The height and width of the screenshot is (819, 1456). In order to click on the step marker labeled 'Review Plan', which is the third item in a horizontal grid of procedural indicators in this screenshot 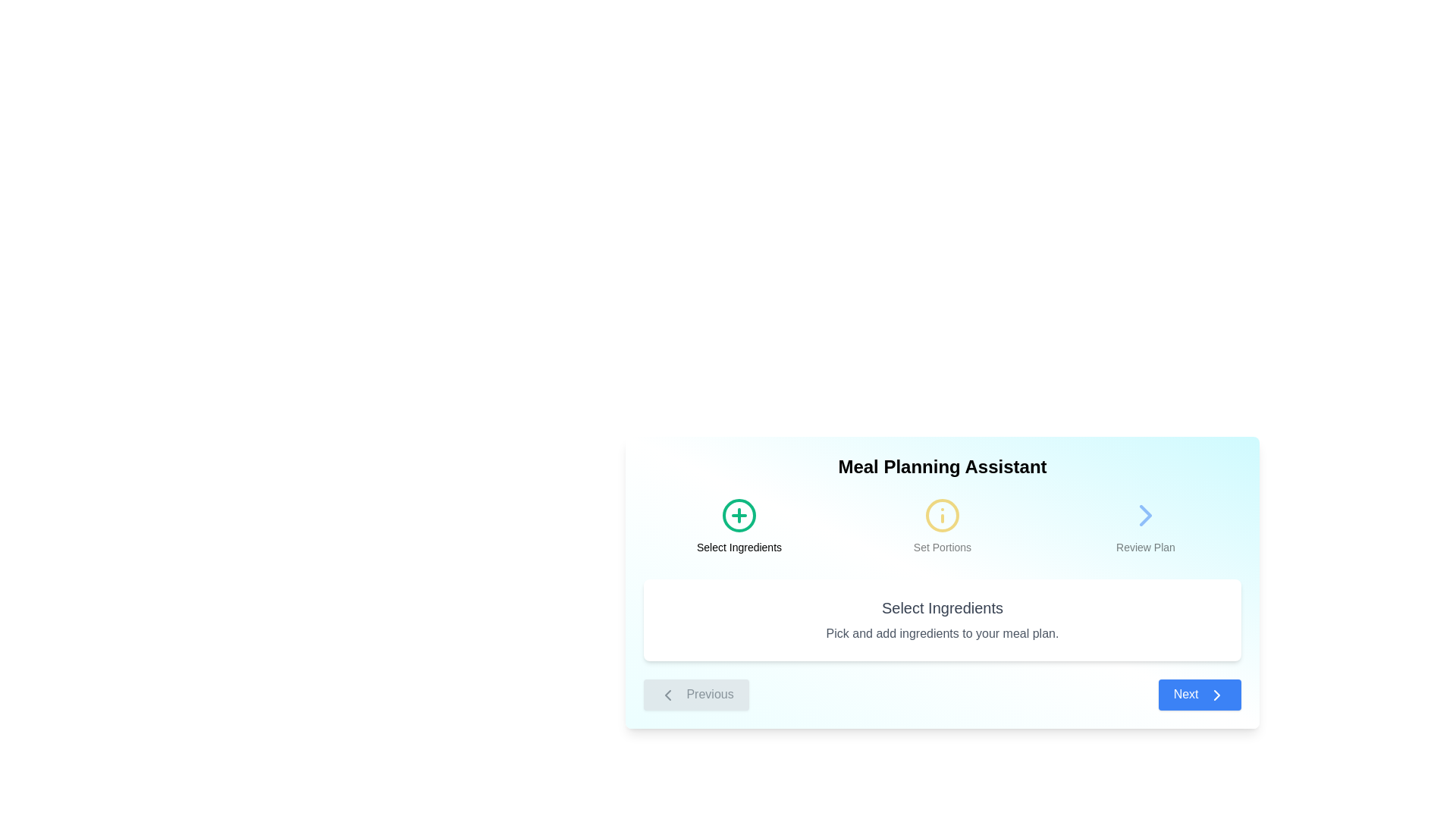, I will do `click(1146, 526)`.